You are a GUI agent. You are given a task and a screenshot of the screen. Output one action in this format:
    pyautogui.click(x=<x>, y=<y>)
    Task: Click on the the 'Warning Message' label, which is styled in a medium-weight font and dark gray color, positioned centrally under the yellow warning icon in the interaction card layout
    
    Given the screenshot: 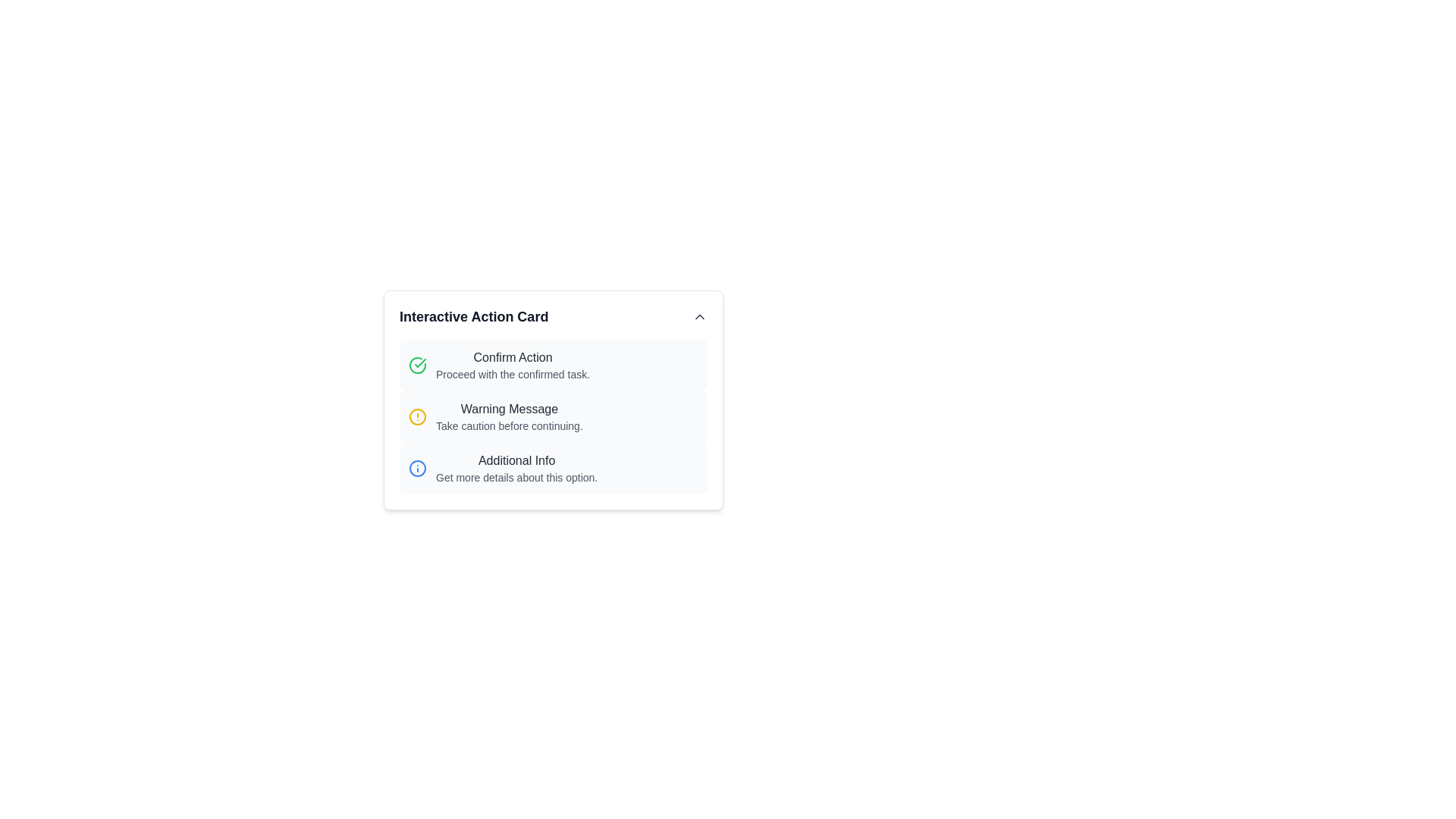 What is the action you would take?
    pyautogui.click(x=510, y=409)
    